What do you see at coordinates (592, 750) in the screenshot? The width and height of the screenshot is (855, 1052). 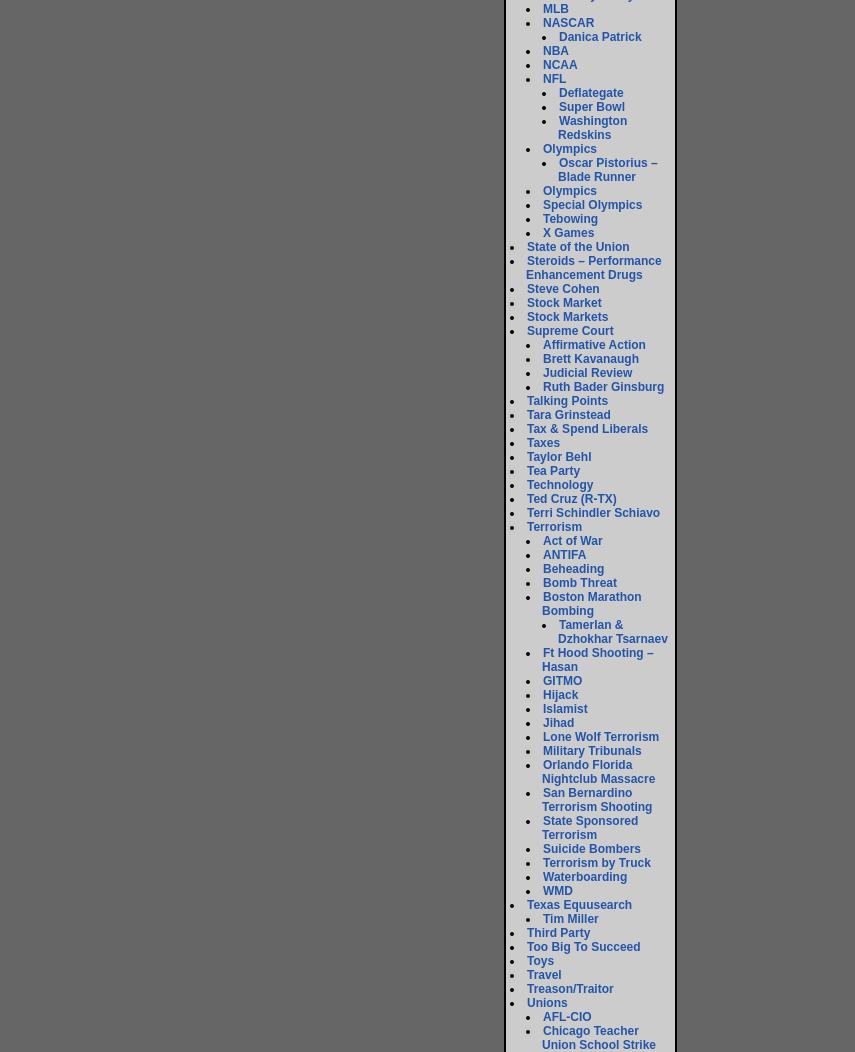 I see `'Military Tribunals'` at bounding box center [592, 750].